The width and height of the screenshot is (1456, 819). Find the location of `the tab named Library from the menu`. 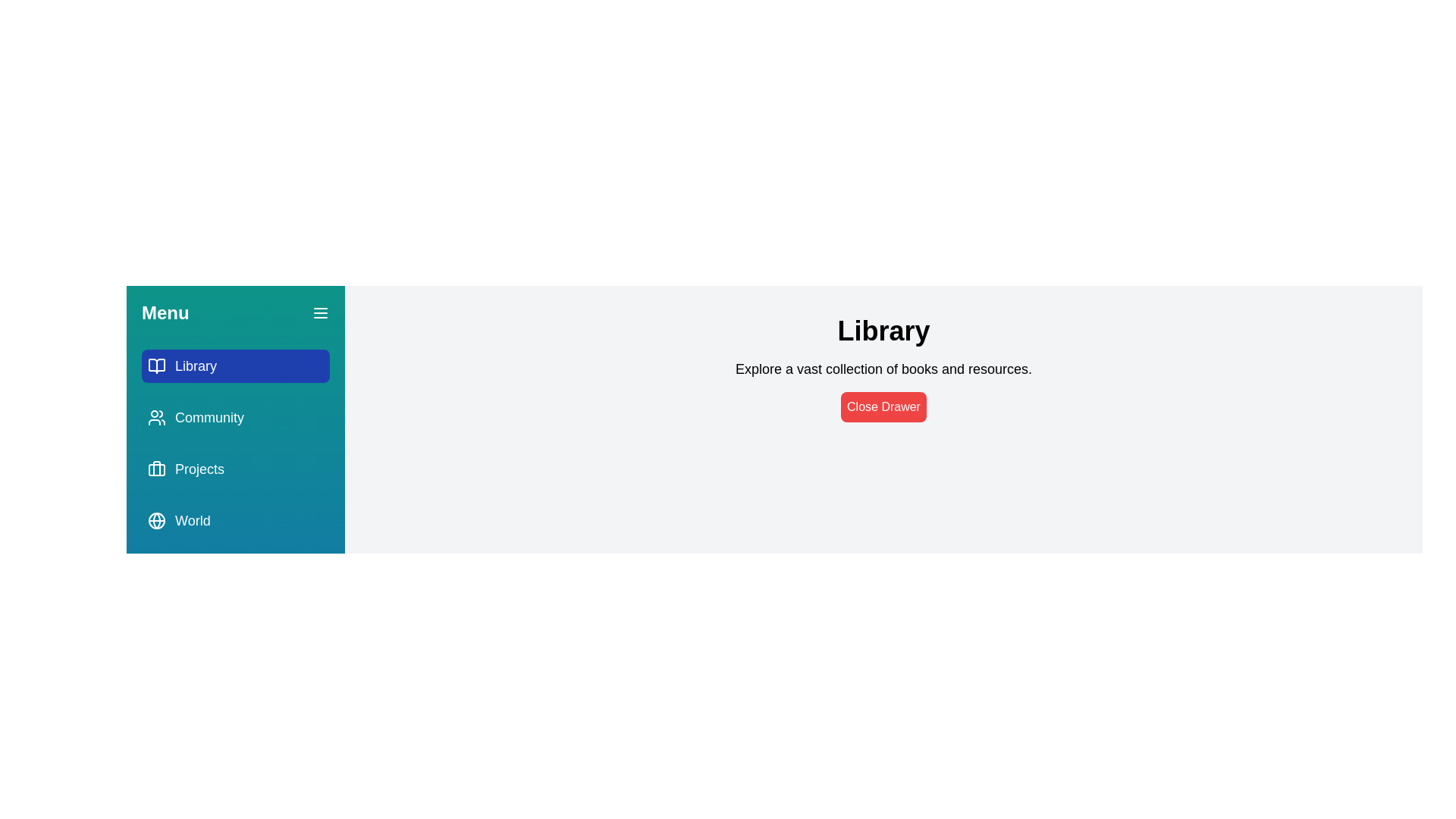

the tab named Library from the menu is located at coordinates (235, 366).